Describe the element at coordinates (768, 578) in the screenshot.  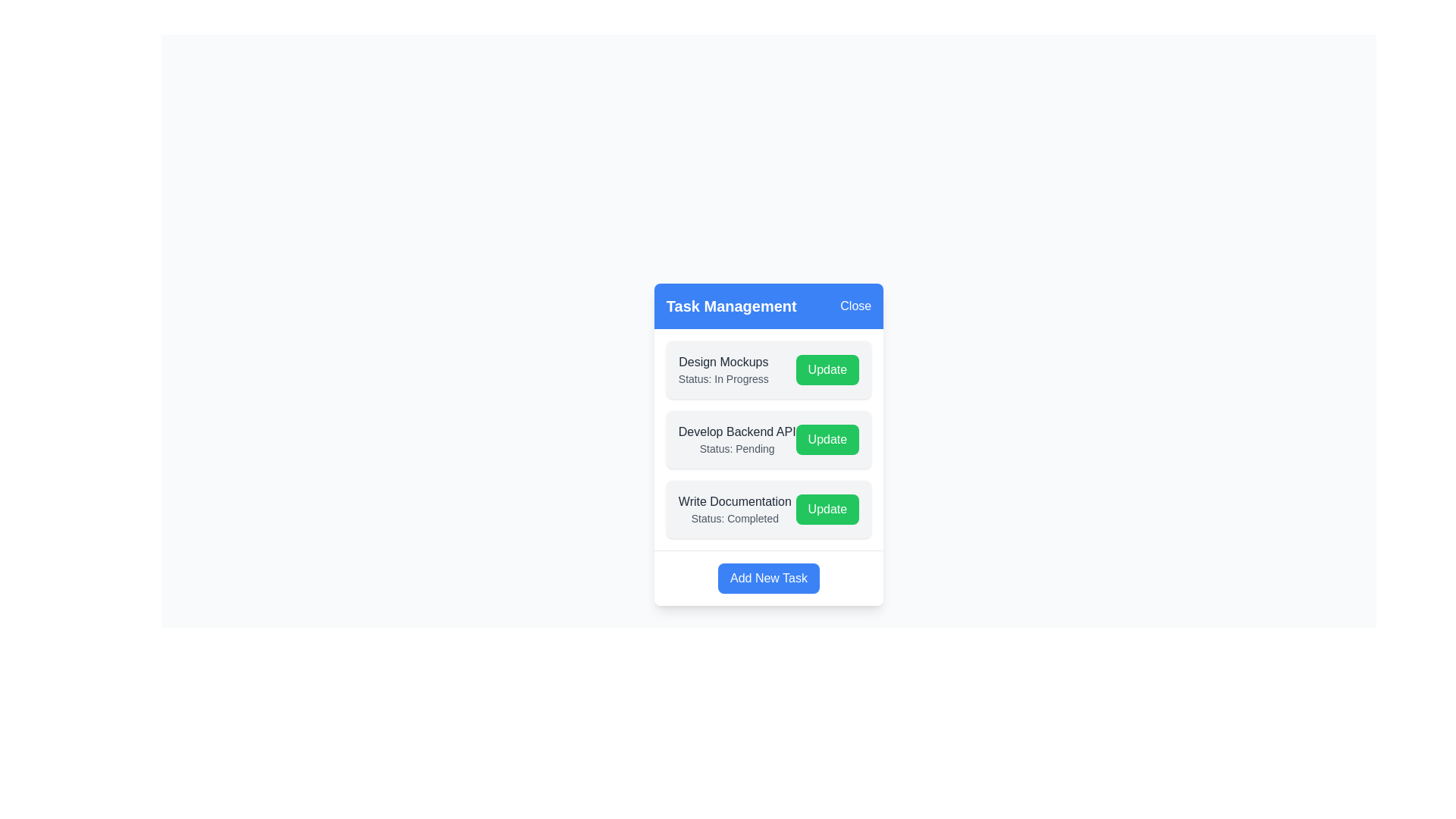
I see `the 'Add New Task' button to add a new task` at that location.